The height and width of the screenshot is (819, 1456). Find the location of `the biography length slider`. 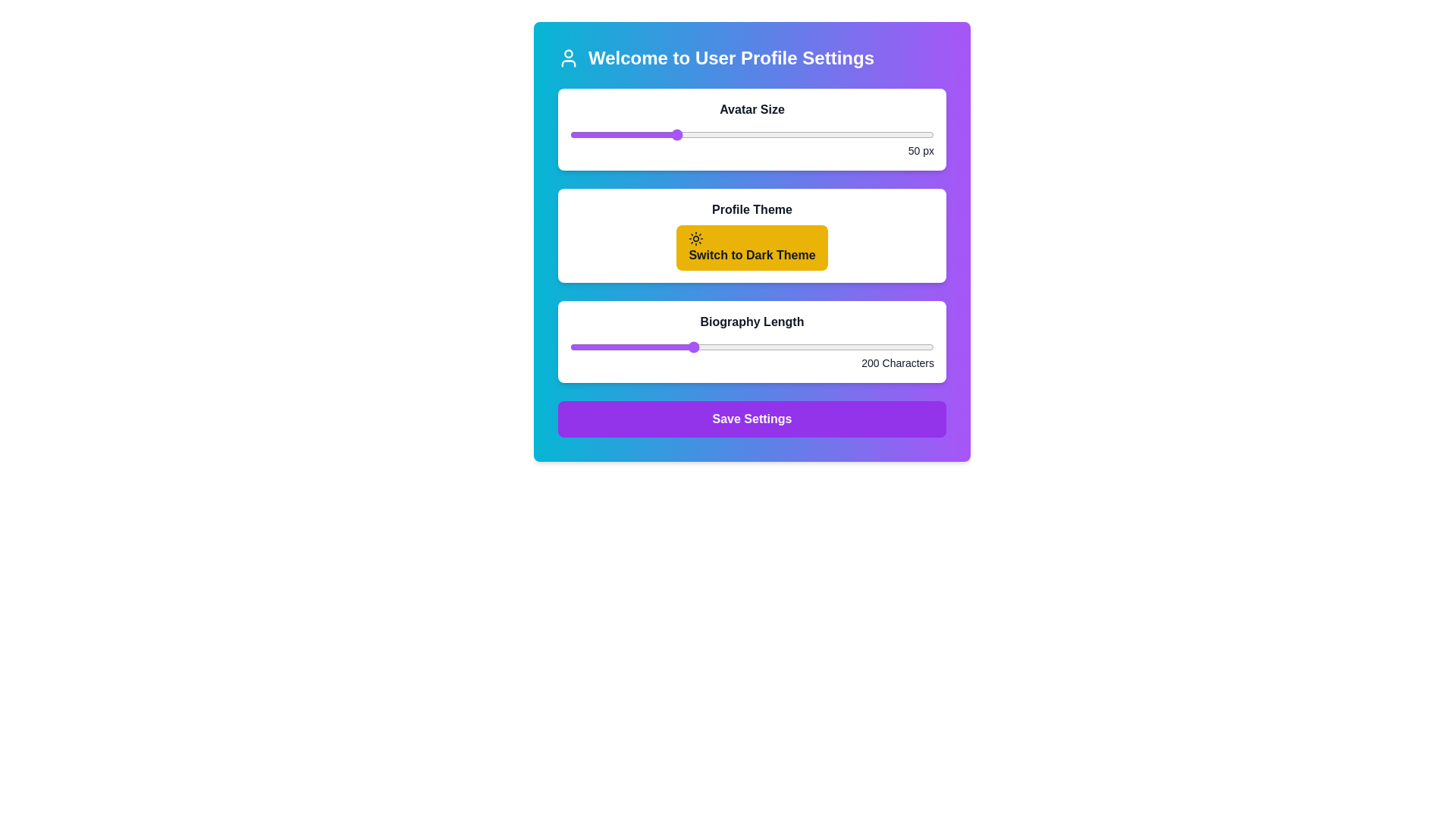

the biography length slider is located at coordinates (595, 347).